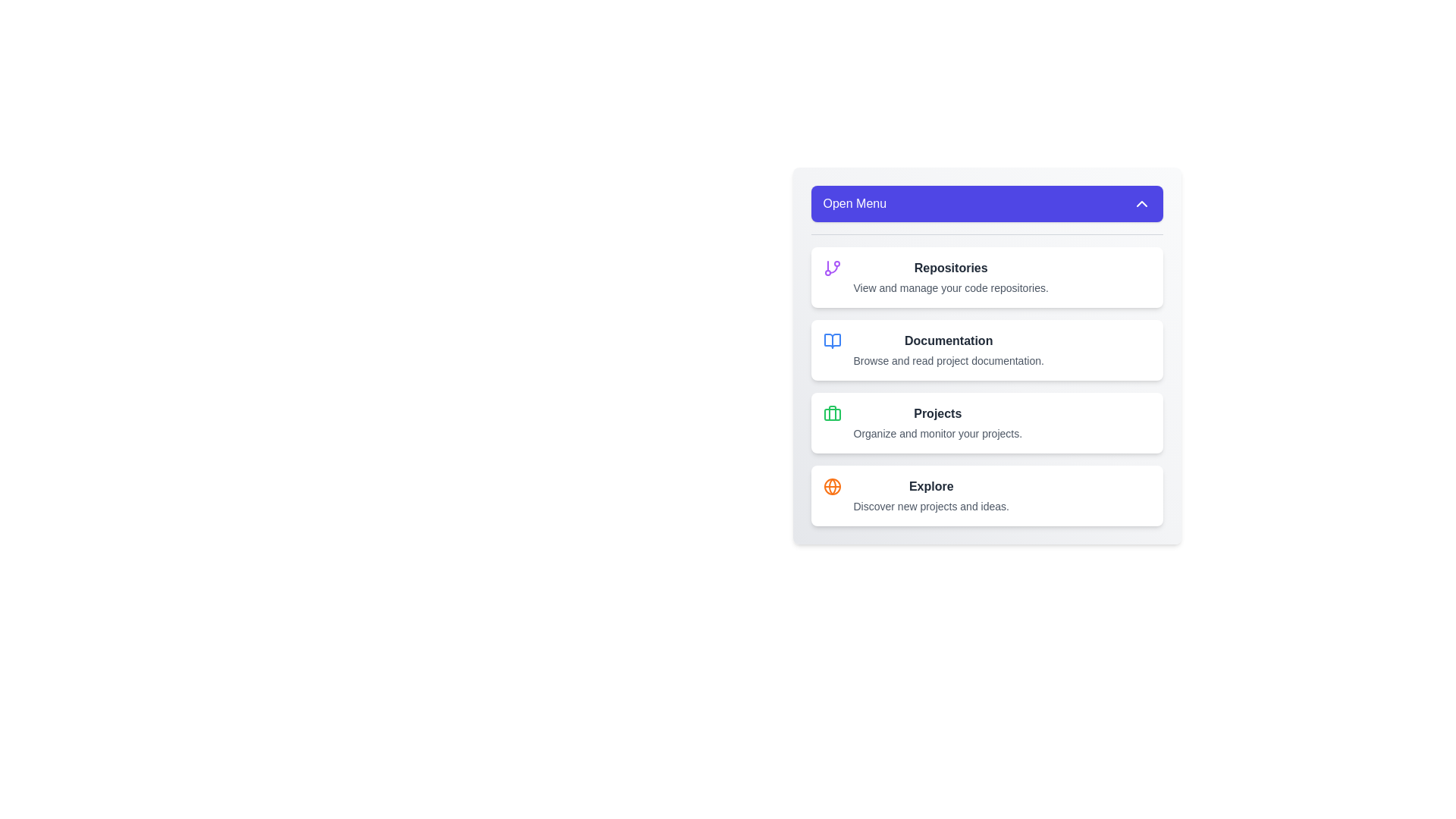 This screenshot has width=1456, height=819. Describe the element at coordinates (987, 496) in the screenshot. I see `the Informational Card featuring an orange globe icon and the title 'Explore', which is the last option in the vertically stacked group of options` at that location.